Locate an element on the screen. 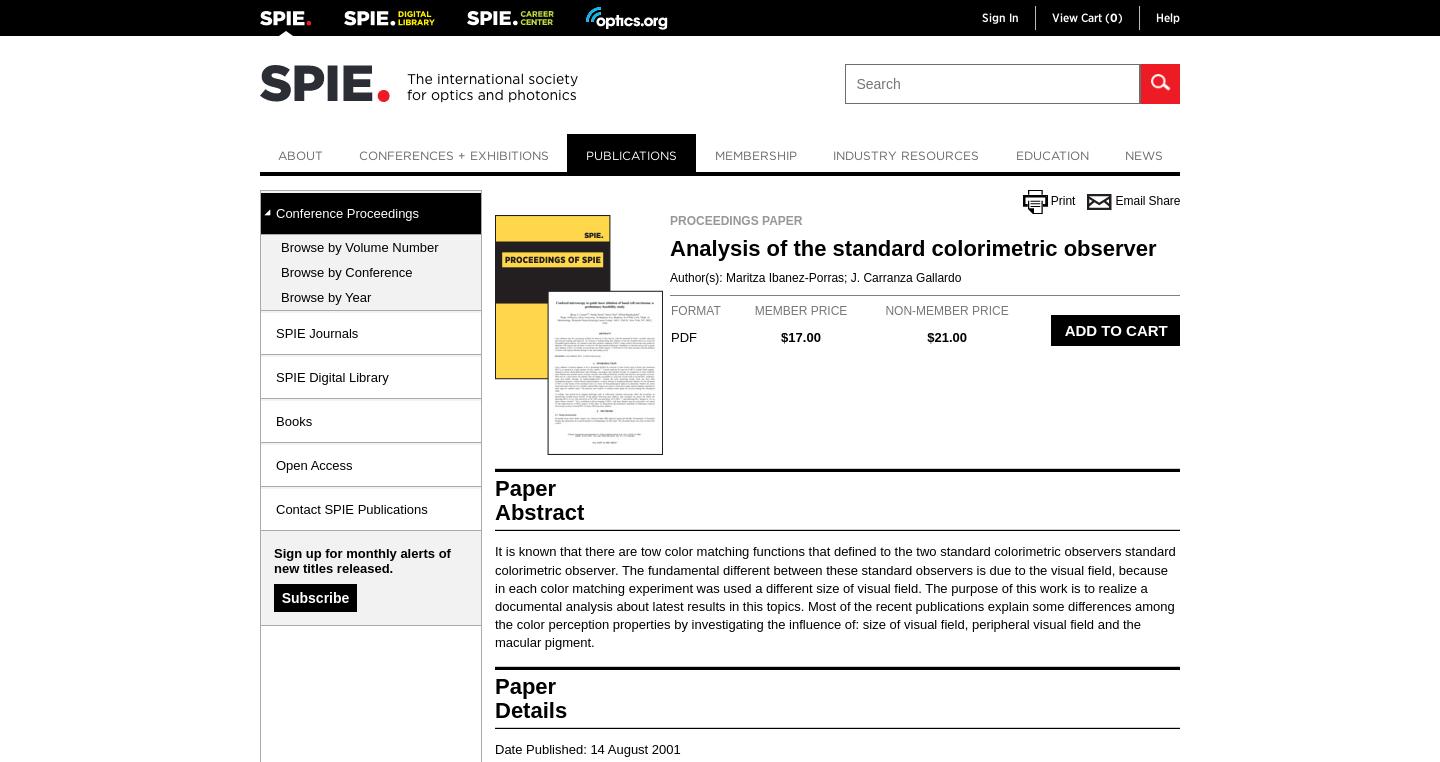 The height and width of the screenshot is (762, 1440). 'Format' is located at coordinates (671, 309).